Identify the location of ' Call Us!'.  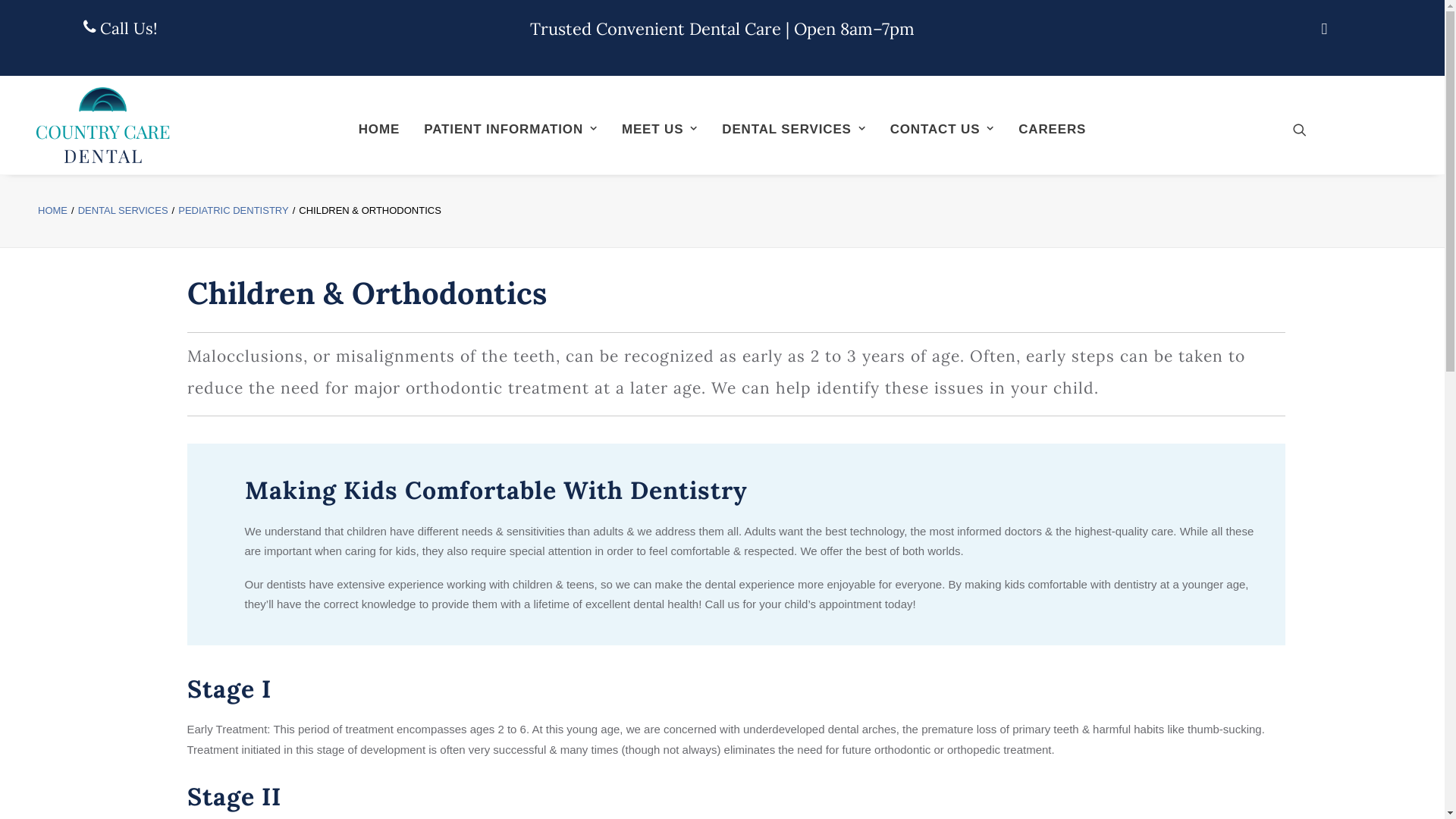
(119, 28).